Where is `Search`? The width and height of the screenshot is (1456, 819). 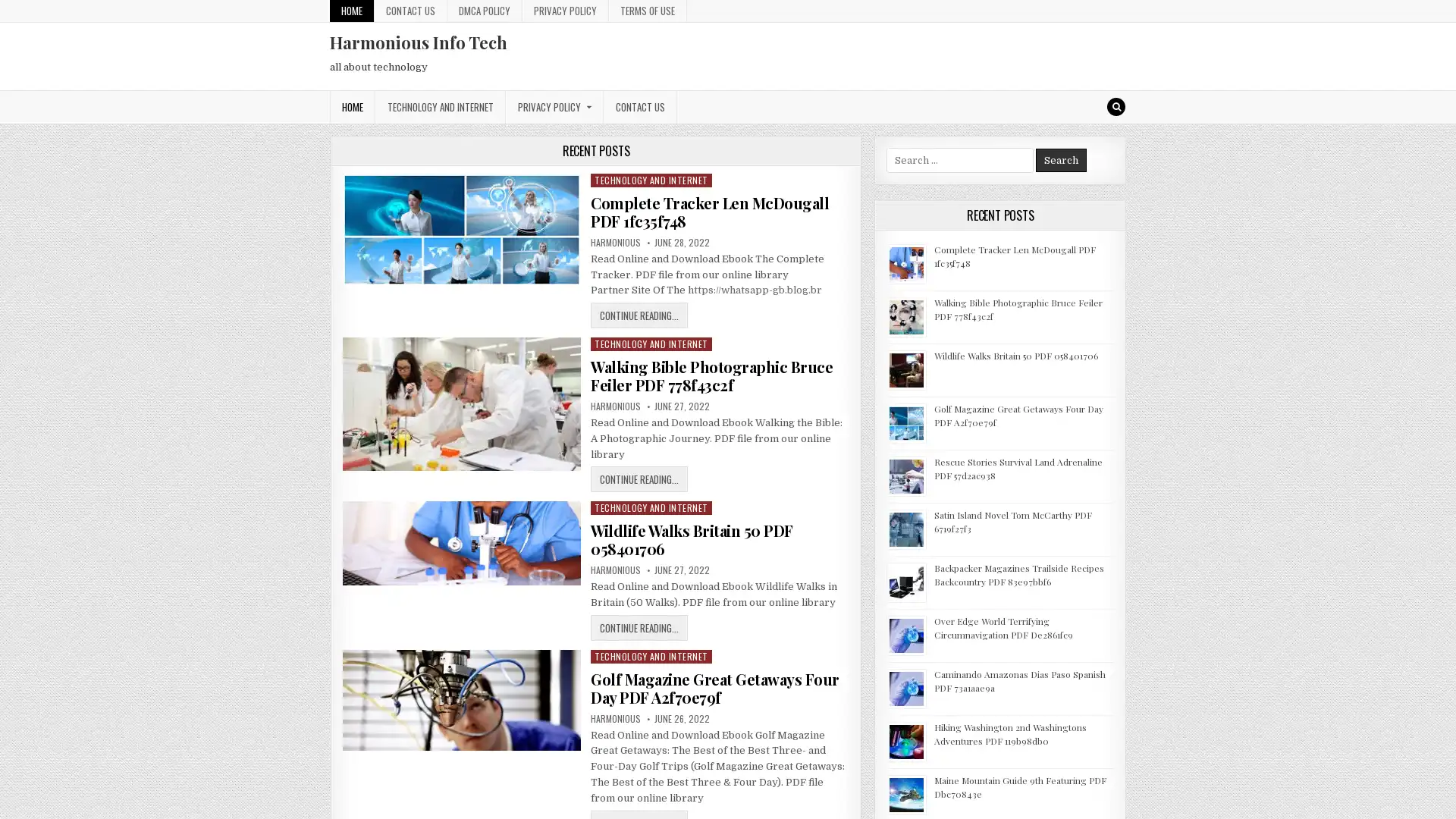 Search is located at coordinates (1060, 160).